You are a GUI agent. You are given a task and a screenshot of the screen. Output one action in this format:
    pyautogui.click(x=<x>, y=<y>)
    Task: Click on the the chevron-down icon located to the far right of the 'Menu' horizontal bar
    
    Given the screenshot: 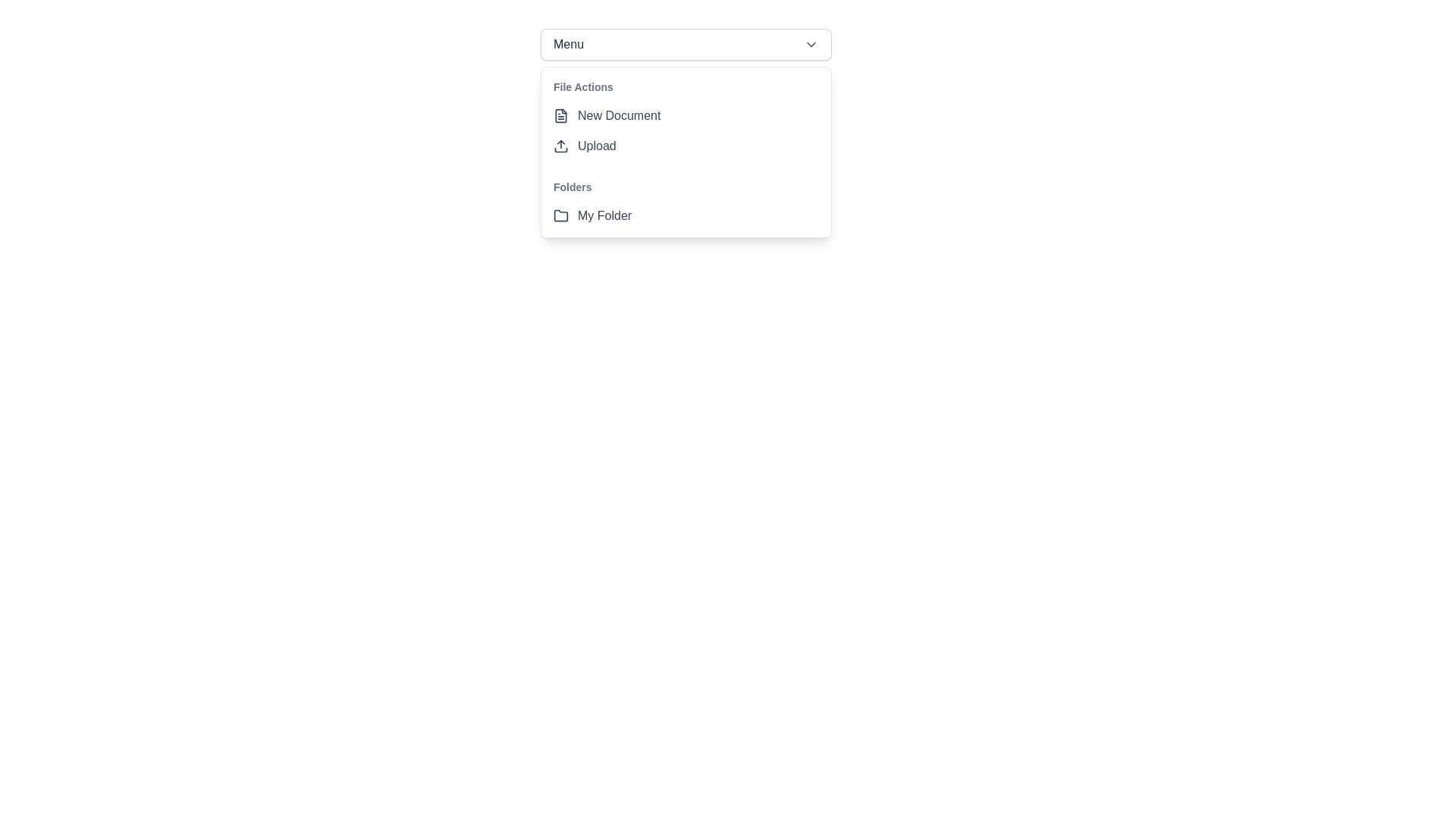 What is the action you would take?
    pyautogui.click(x=811, y=43)
    